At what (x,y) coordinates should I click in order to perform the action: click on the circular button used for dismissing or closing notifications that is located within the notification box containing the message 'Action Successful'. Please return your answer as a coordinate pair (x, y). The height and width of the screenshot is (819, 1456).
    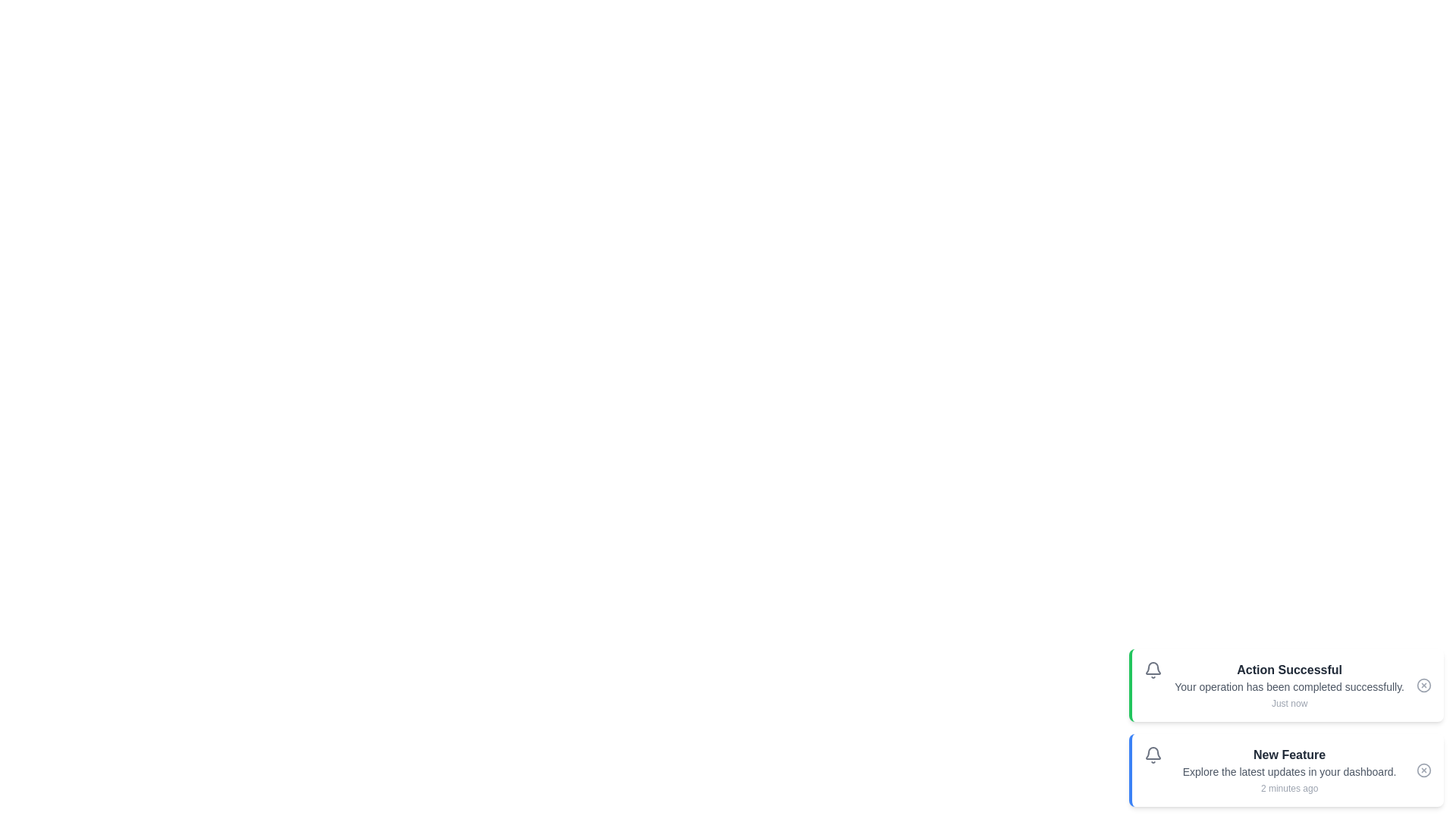
    Looking at the image, I should click on (1423, 685).